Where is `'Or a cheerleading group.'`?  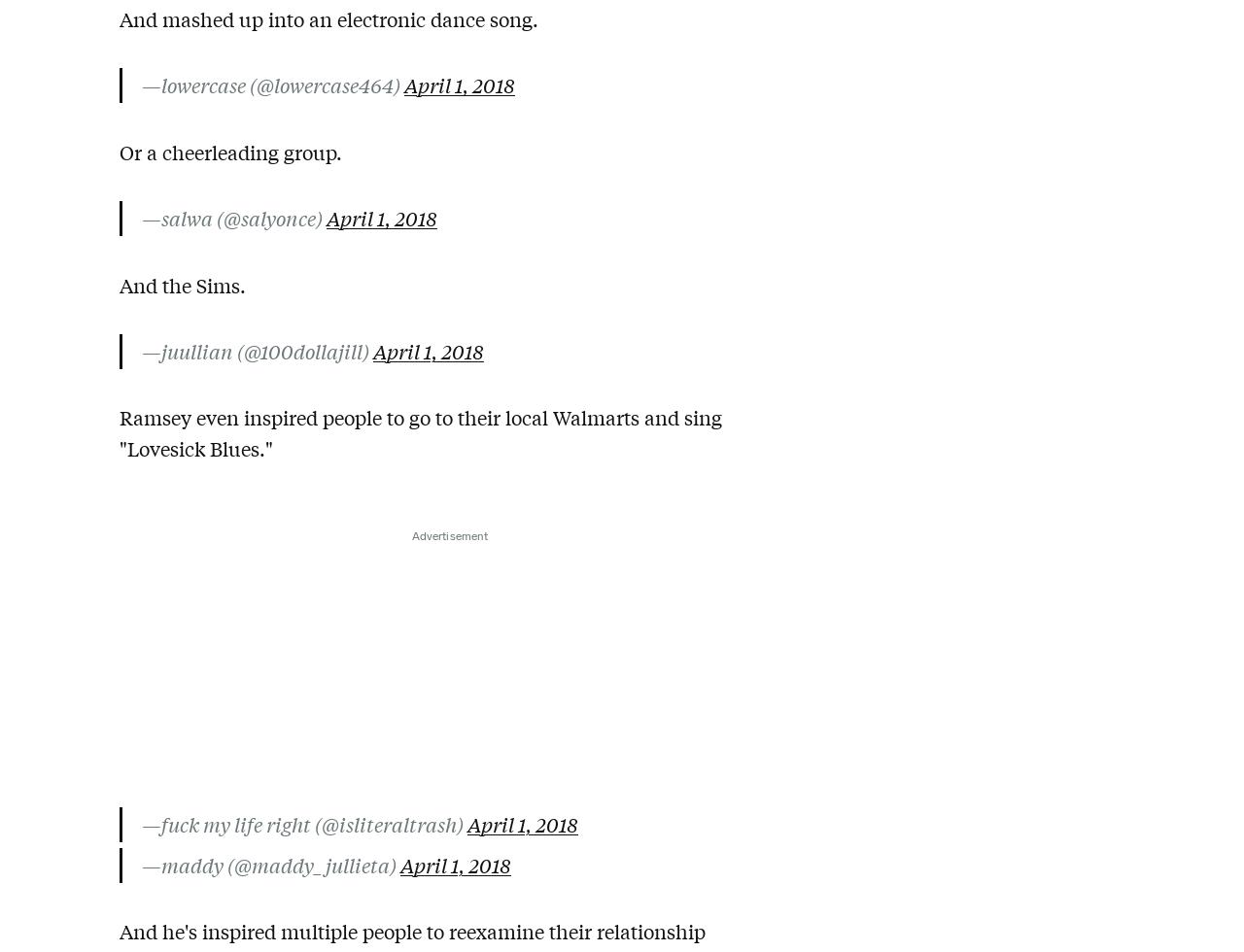
'Or a cheerleading group.' is located at coordinates (230, 151).